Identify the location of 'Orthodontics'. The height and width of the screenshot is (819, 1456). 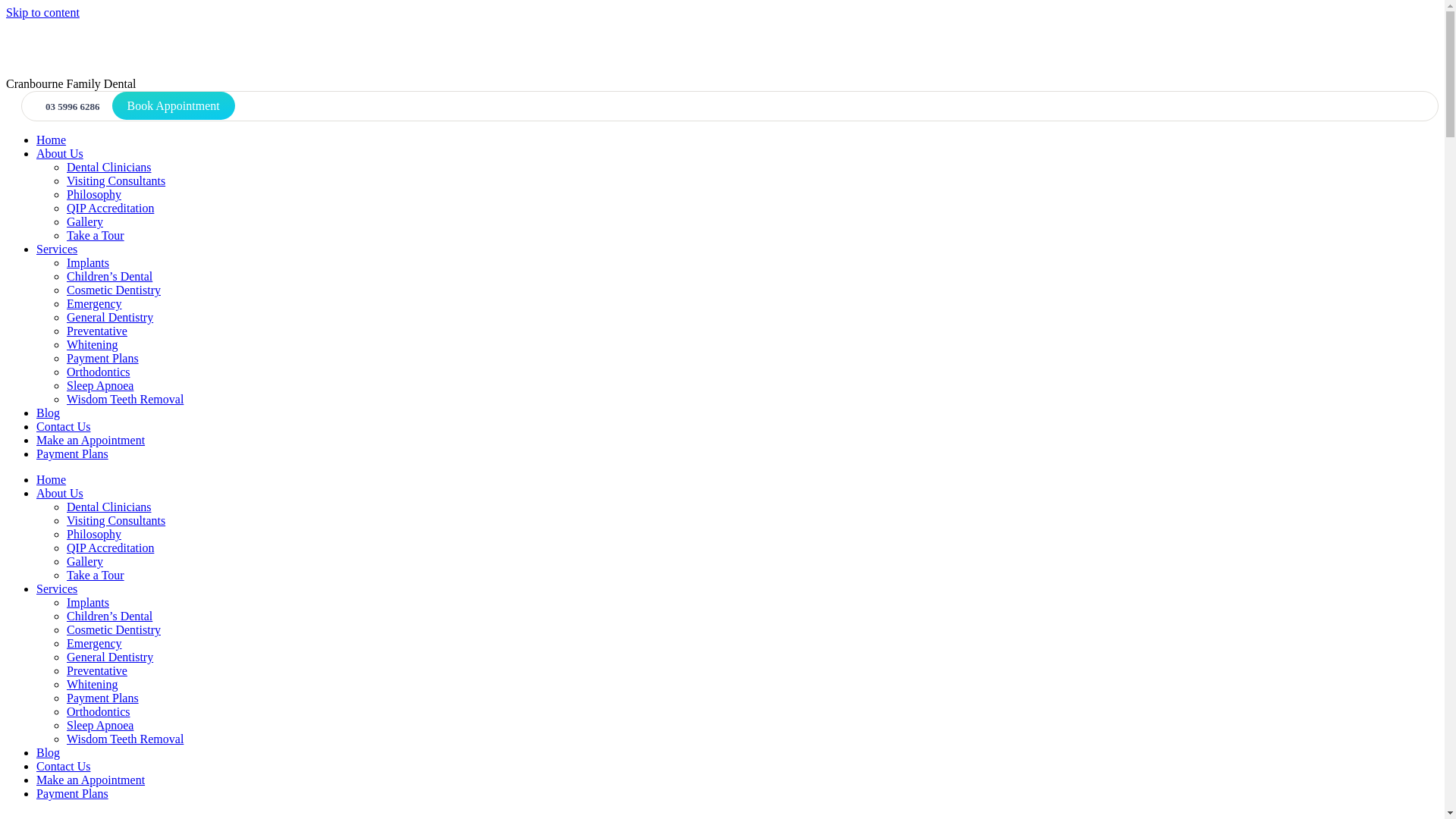
(97, 711).